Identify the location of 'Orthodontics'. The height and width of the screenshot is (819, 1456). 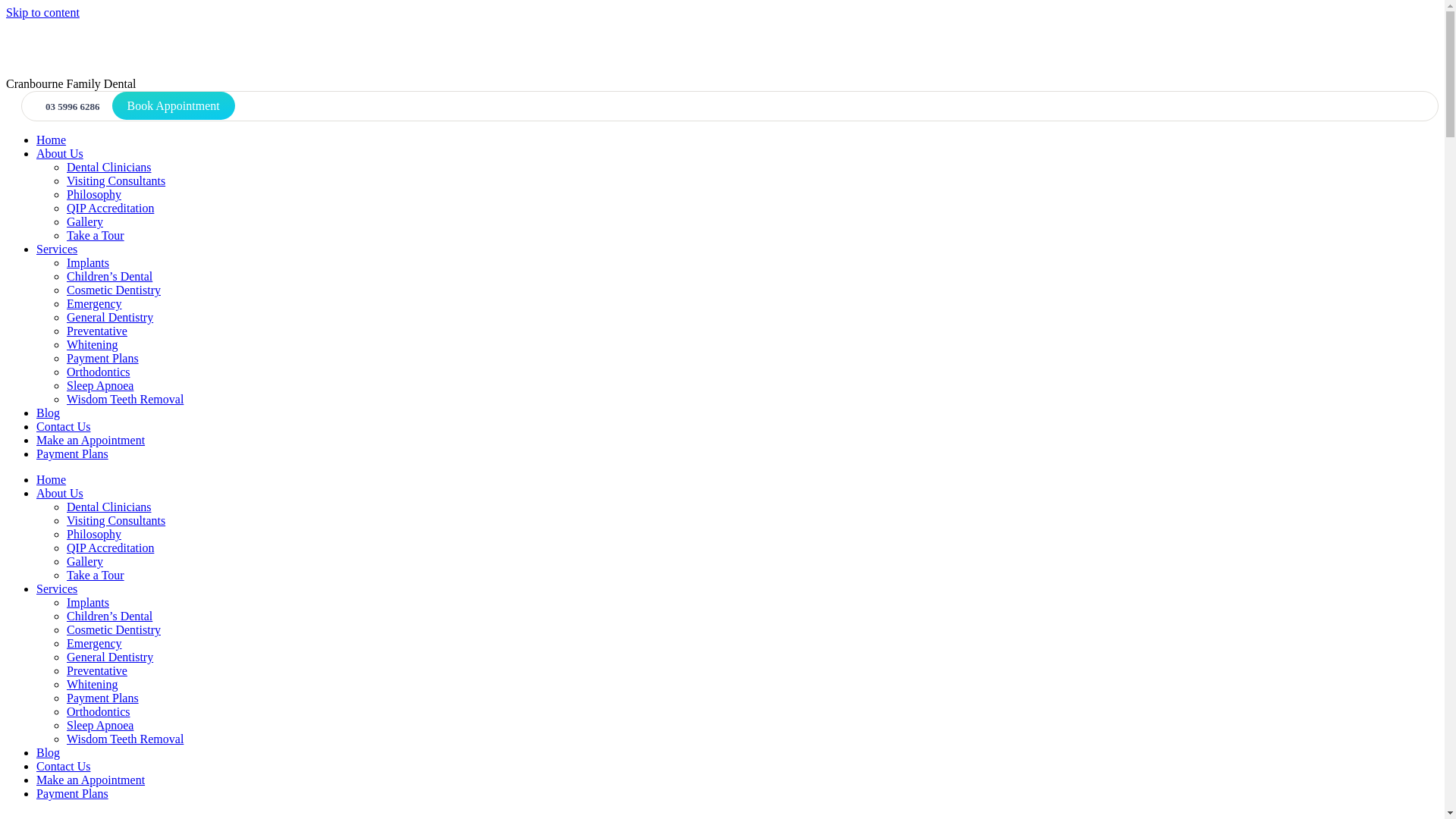
(97, 711).